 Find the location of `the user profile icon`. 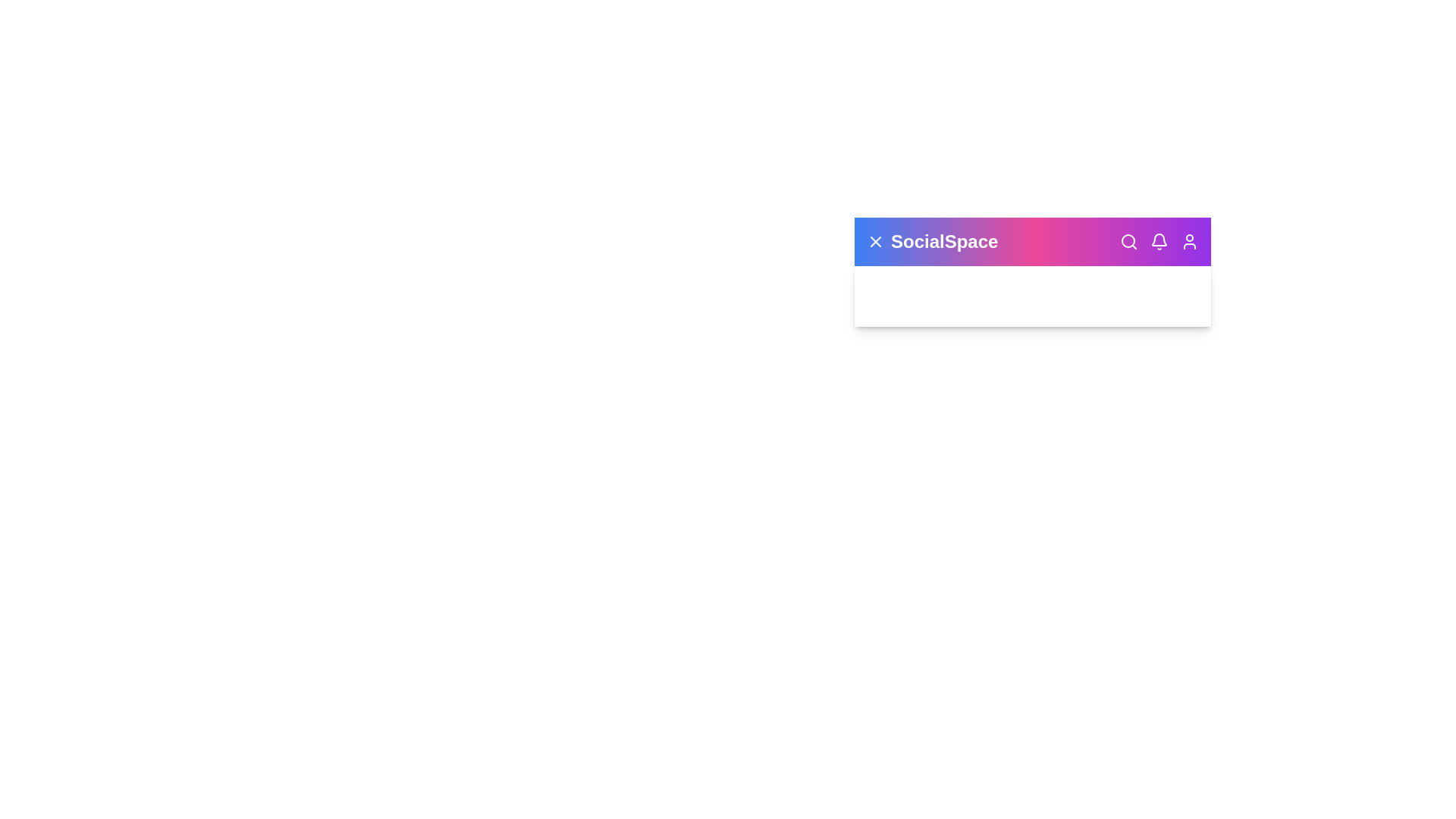

the user profile icon is located at coordinates (1189, 241).